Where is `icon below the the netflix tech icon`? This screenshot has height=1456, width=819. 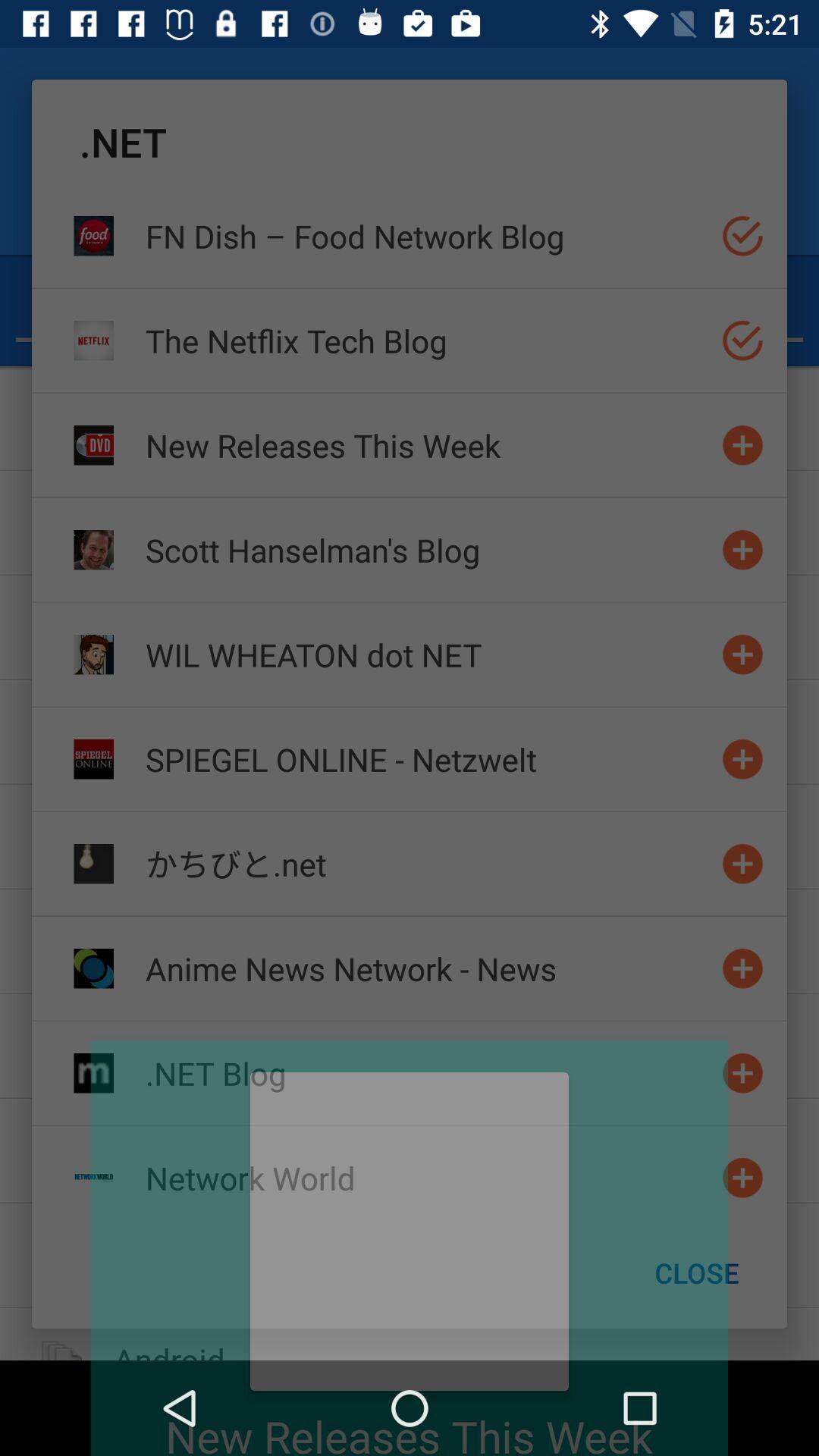
icon below the the netflix tech icon is located at coordinates (427, 444).